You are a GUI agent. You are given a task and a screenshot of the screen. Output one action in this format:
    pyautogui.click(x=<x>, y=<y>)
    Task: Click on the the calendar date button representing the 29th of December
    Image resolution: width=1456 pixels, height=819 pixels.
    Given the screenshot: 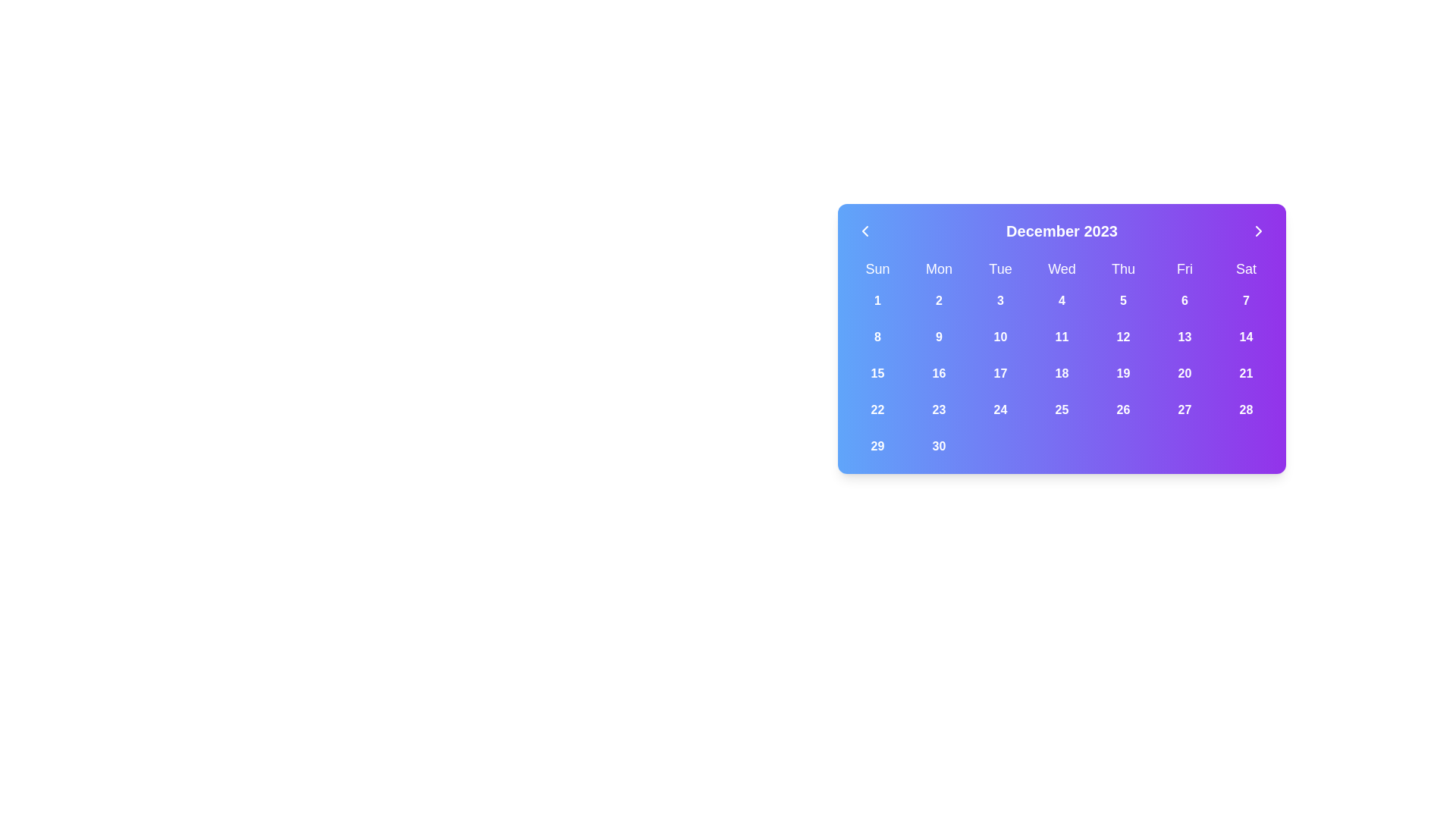 What is the action you would take?
    pyautogui.click(x=877, y=446)
    